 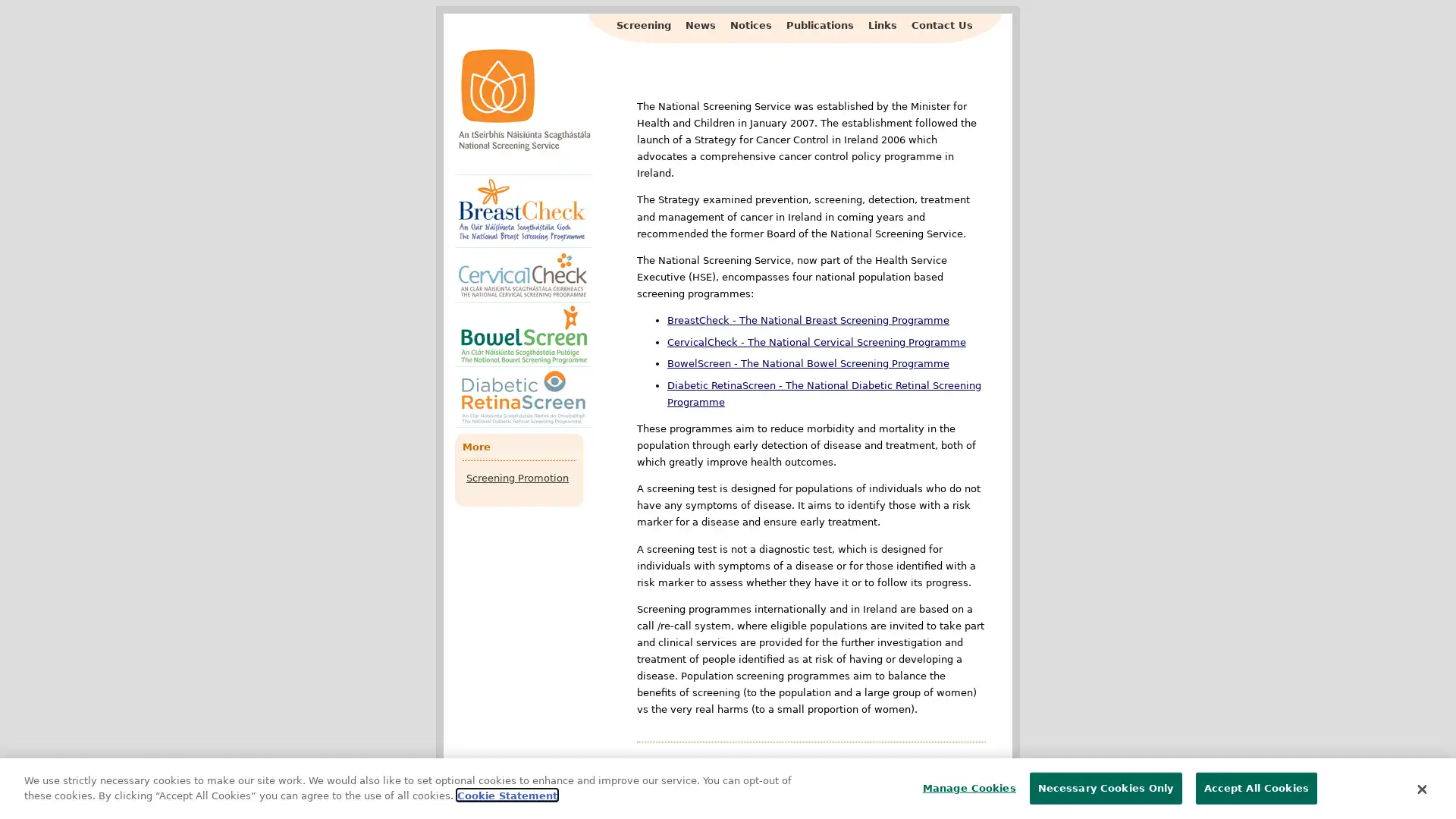 What do you see at coordinates (1105, 786) in the screenshot?
I see `Necessary Cookies Only` at bounding box center [1105, 786].